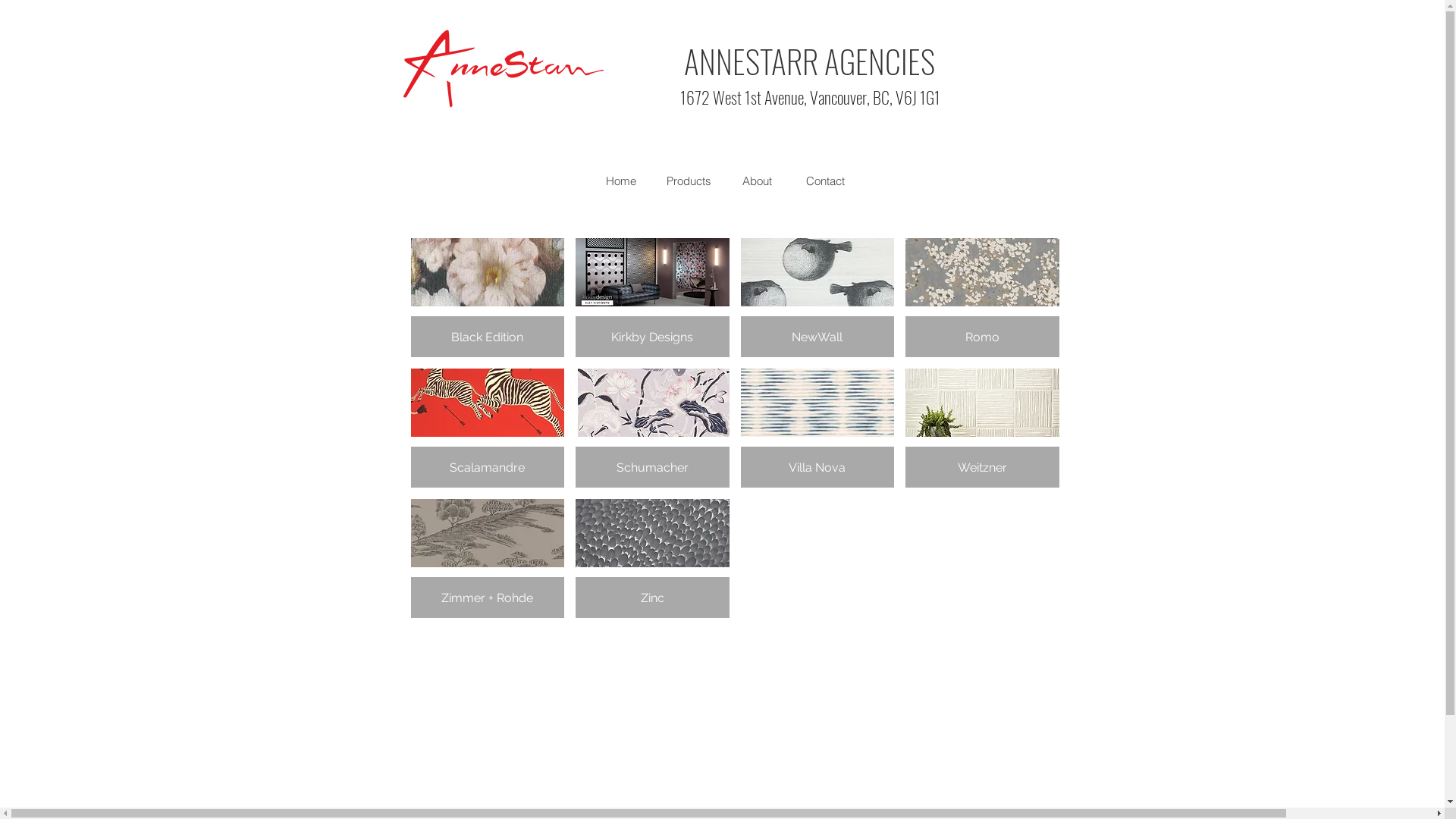 This screenshot has height=819, width=1456. Describe the element at coordinates (816, 428) in the screenshot. I see `'Villa Nova'` at that location.